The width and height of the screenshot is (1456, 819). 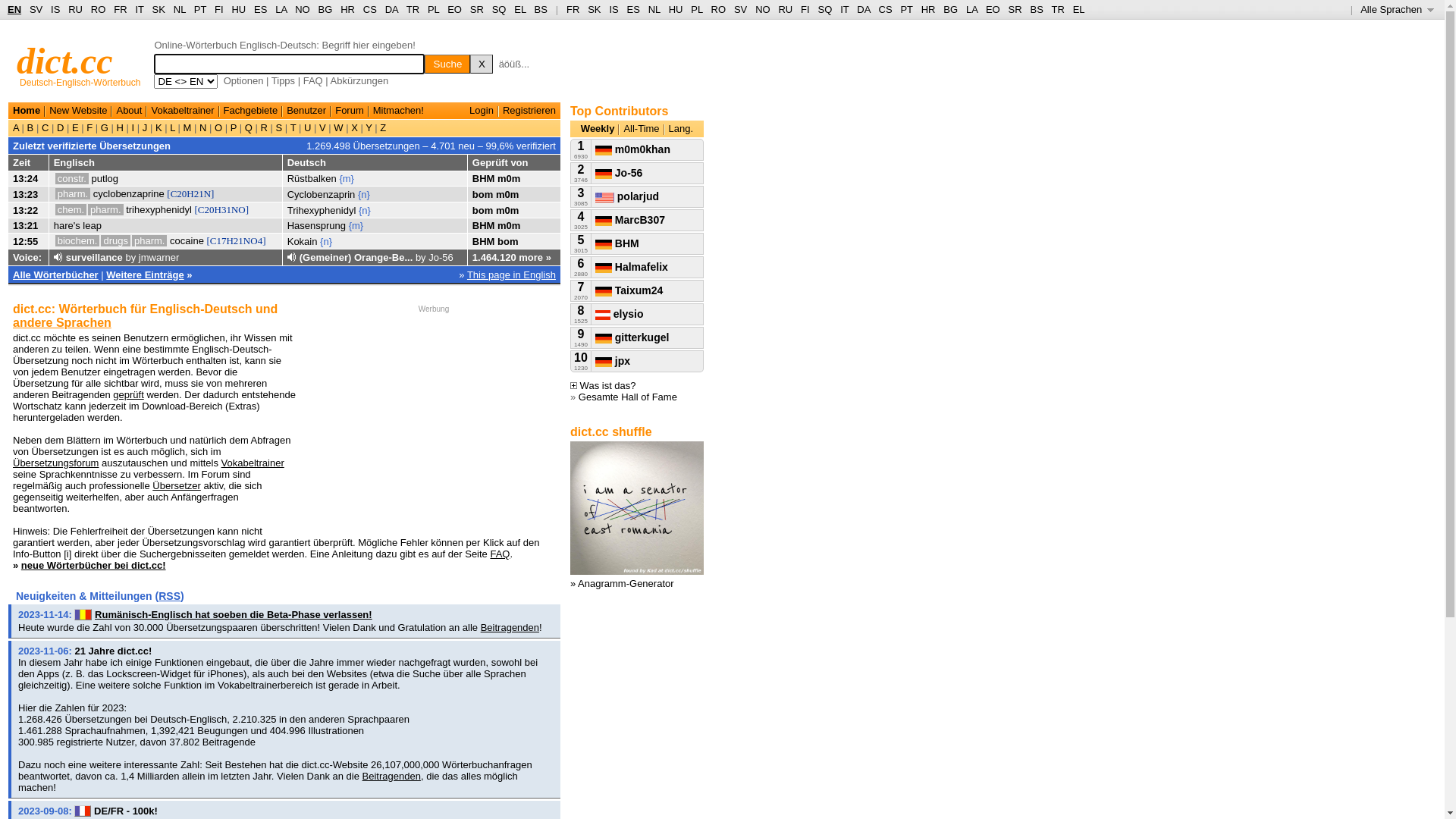 I want to click on 'Beitragenden', so click(x=391, y=776).